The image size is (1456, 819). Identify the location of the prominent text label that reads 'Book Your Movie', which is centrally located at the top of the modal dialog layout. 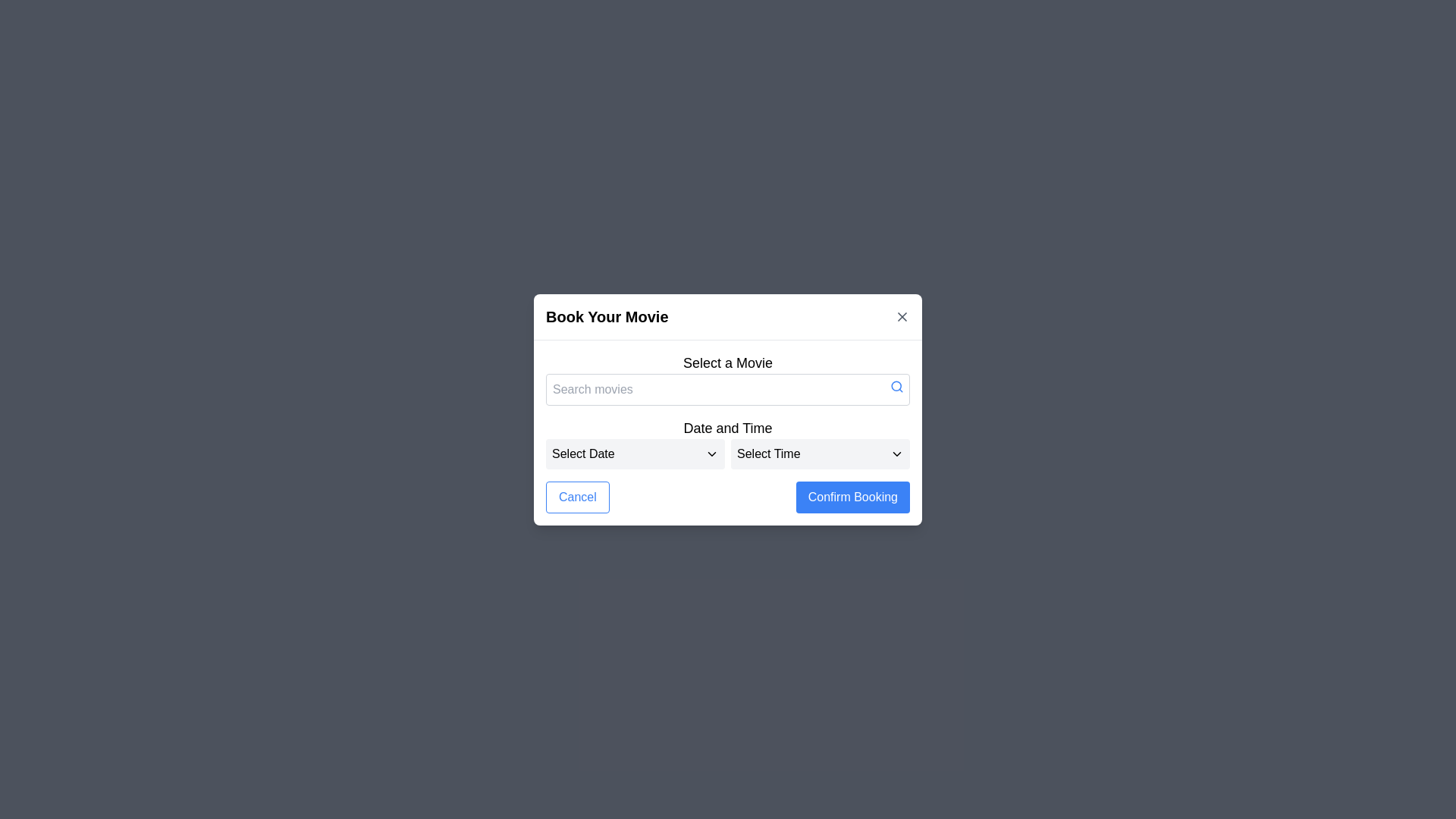
(607, 315).